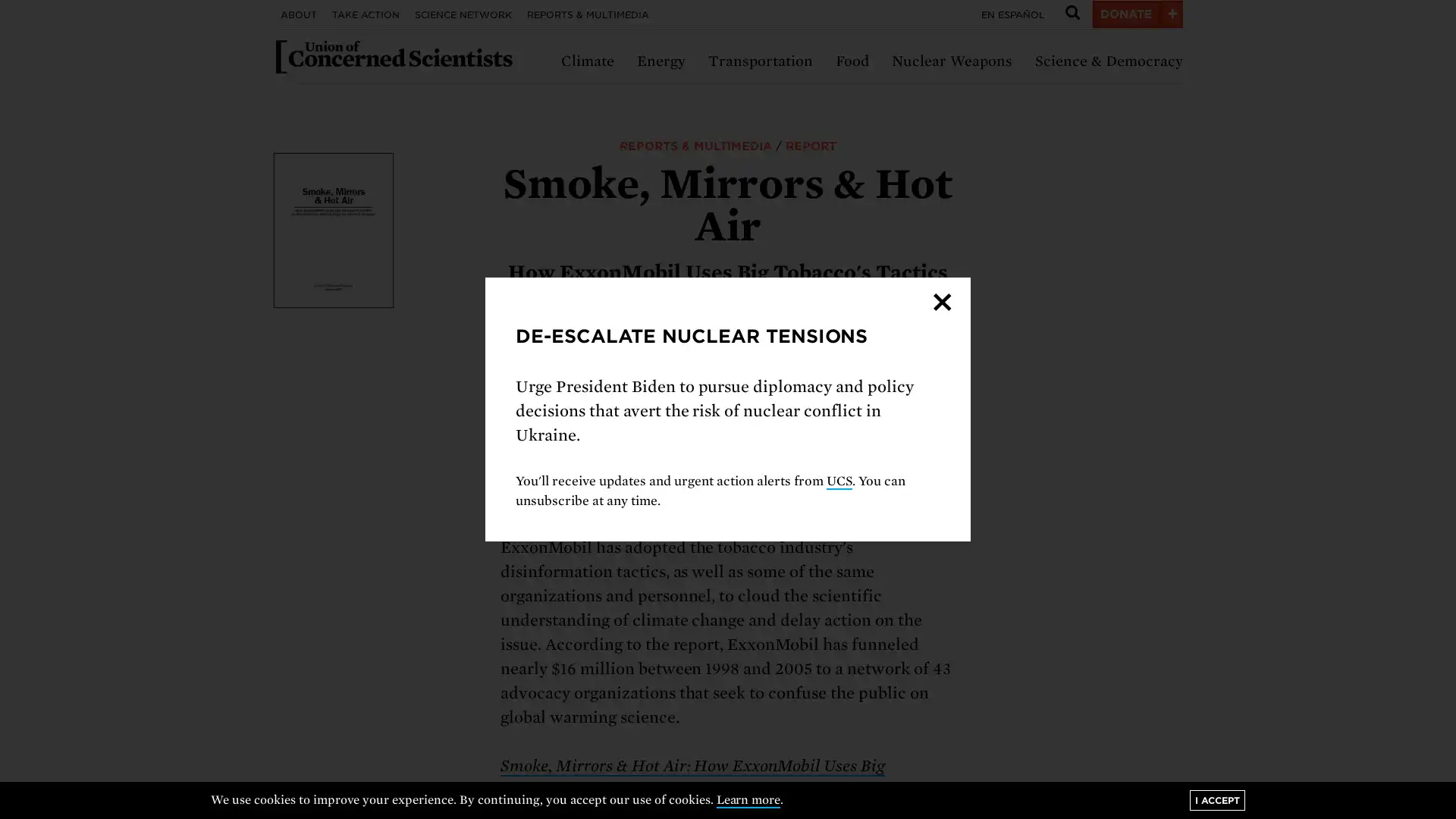 Image resolution: width=1456 pixels, height=819 pixels. Describe the element at coordinates (1171, 14) in the screenshot. I see `+` at that location.